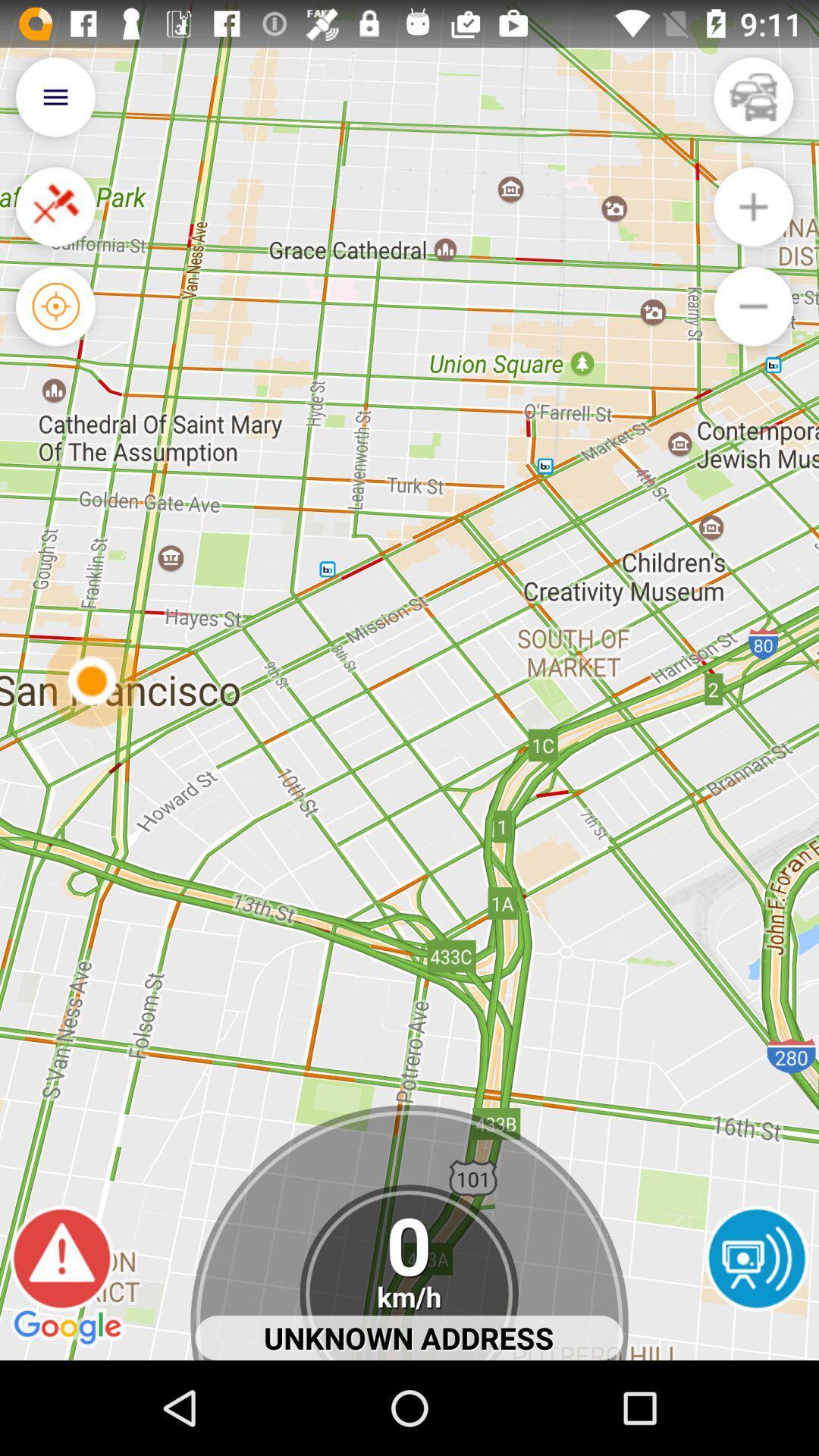 This screenshot has height=1456, width=819. Describe the element at coordinates (753, 327) in the screenshot. I see `the minus icon` at that location.